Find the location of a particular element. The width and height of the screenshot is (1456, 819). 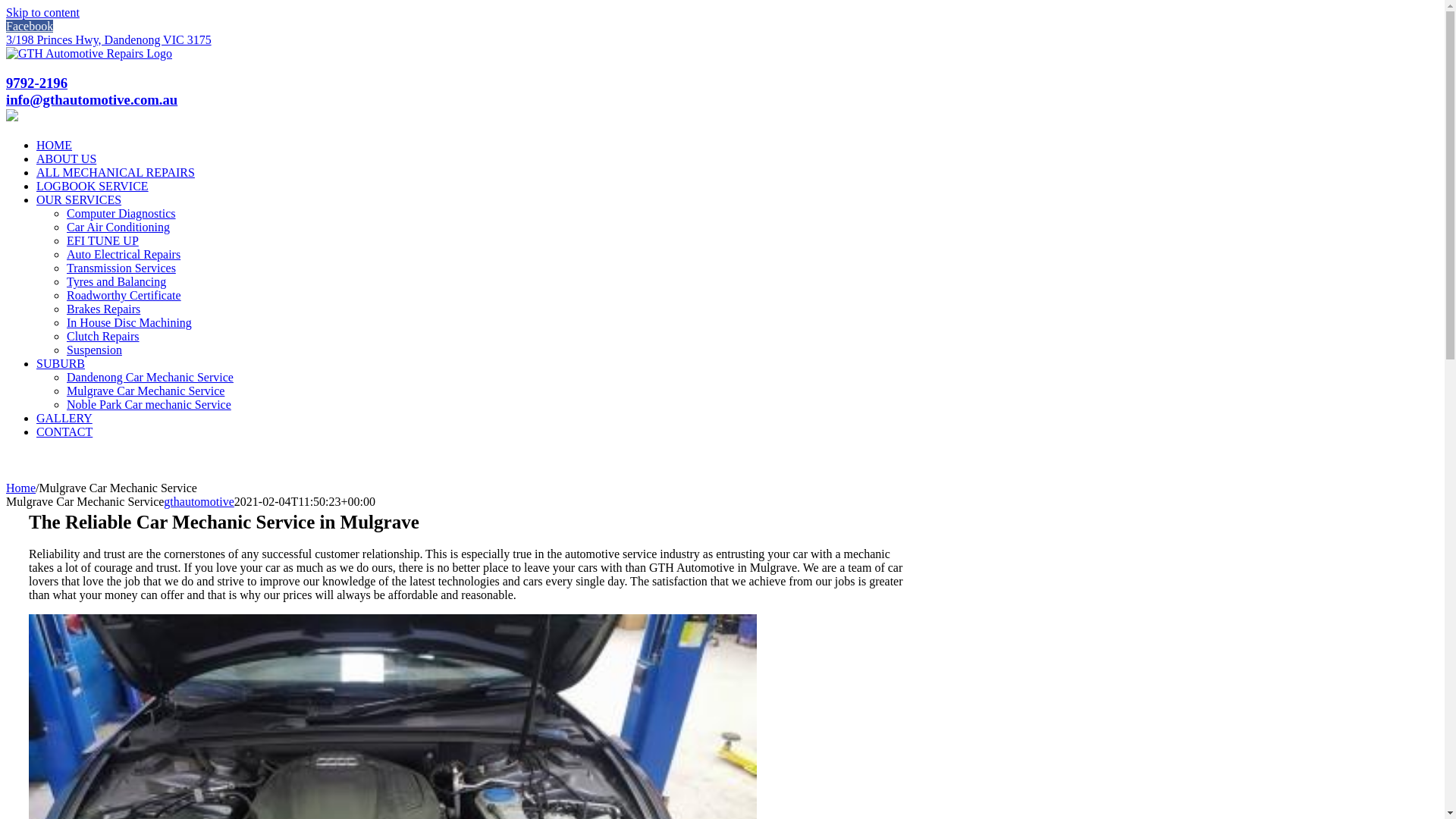

'Dandenong Car Mechanic Service' is located at coordinates (149, 376).